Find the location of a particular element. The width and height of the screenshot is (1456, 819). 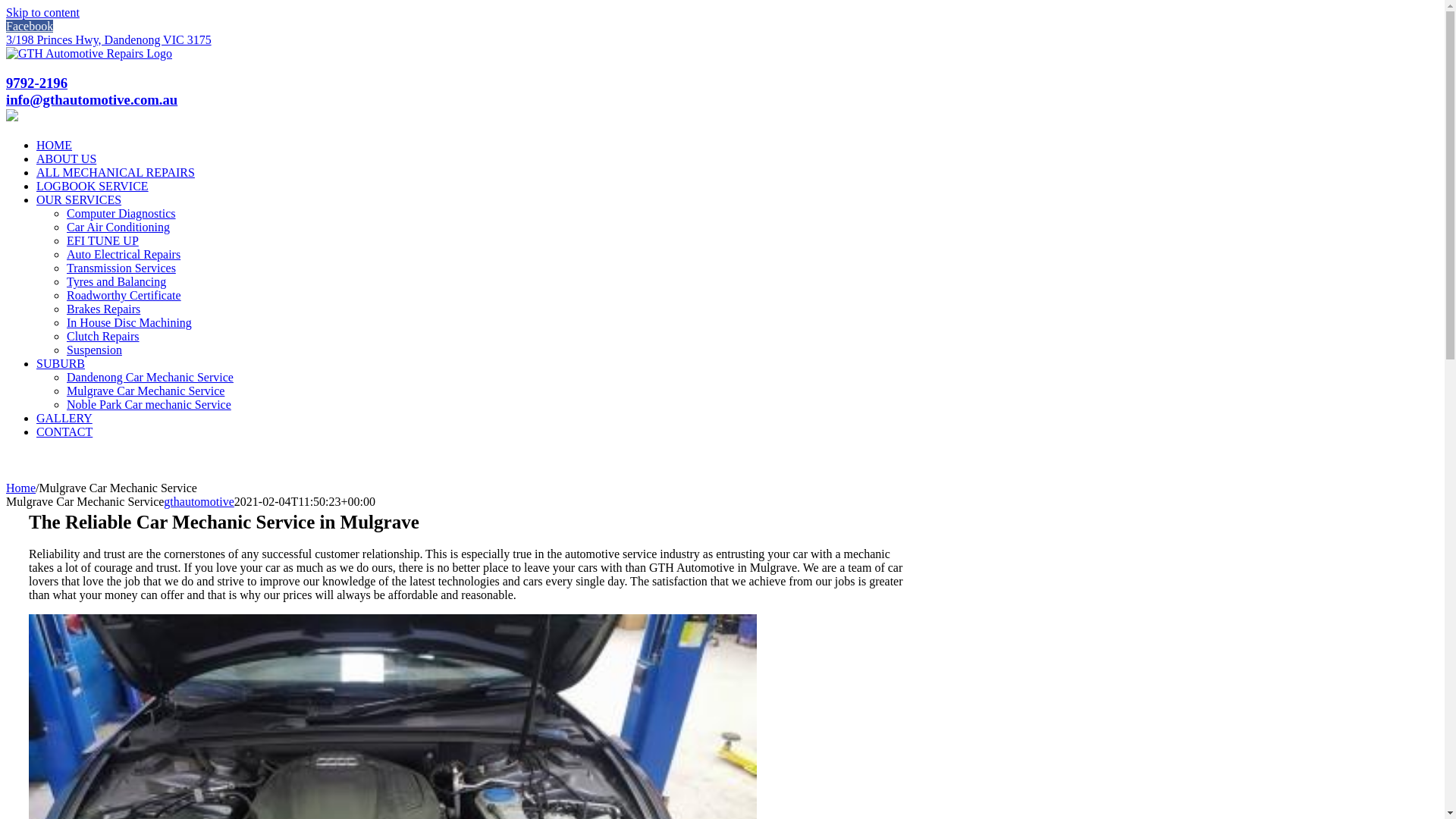

'Dandenong Car Mechanic Service' is located at coordinates (149, 376).